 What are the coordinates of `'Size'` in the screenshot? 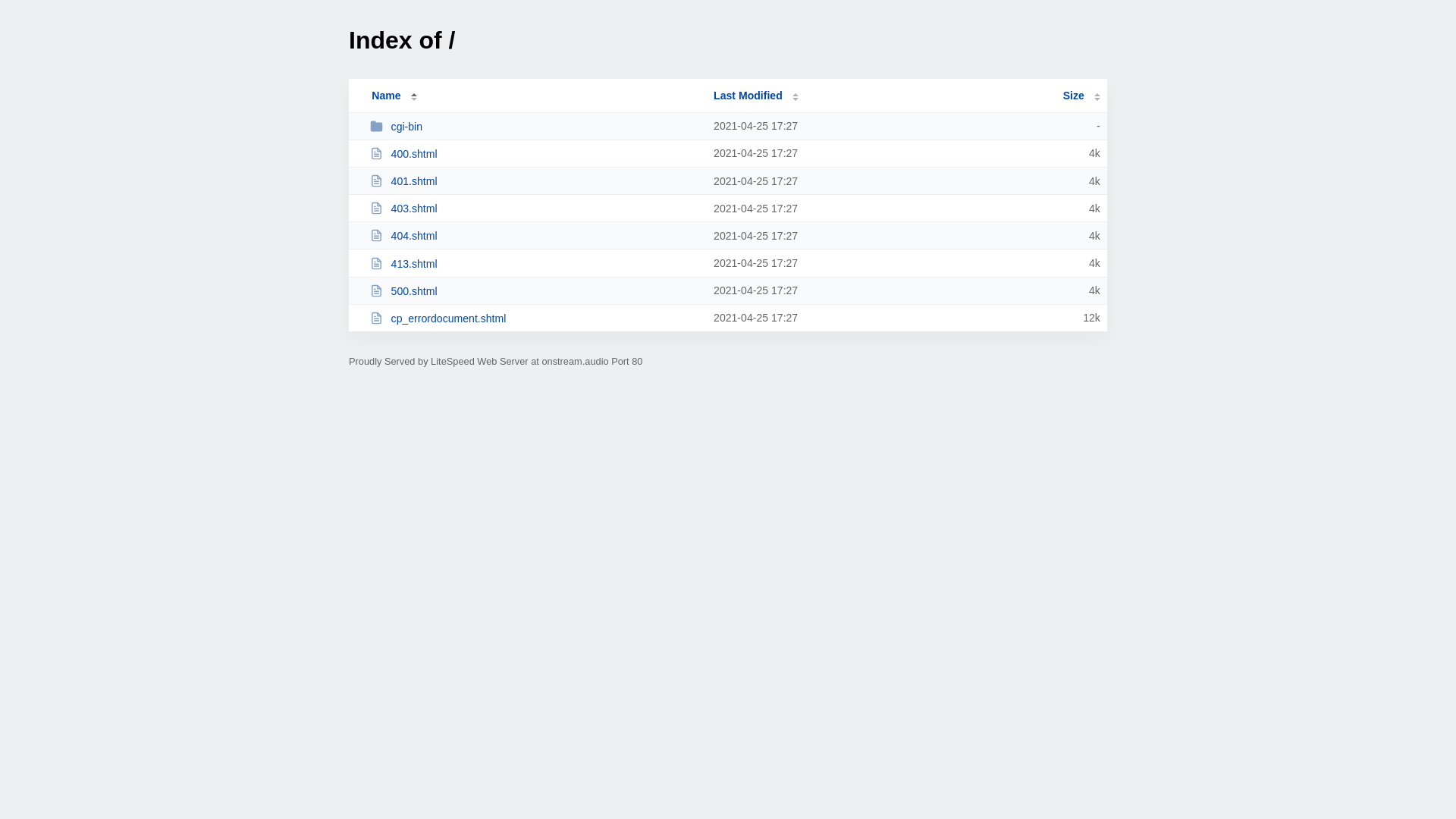 It's located at (1081, 96).